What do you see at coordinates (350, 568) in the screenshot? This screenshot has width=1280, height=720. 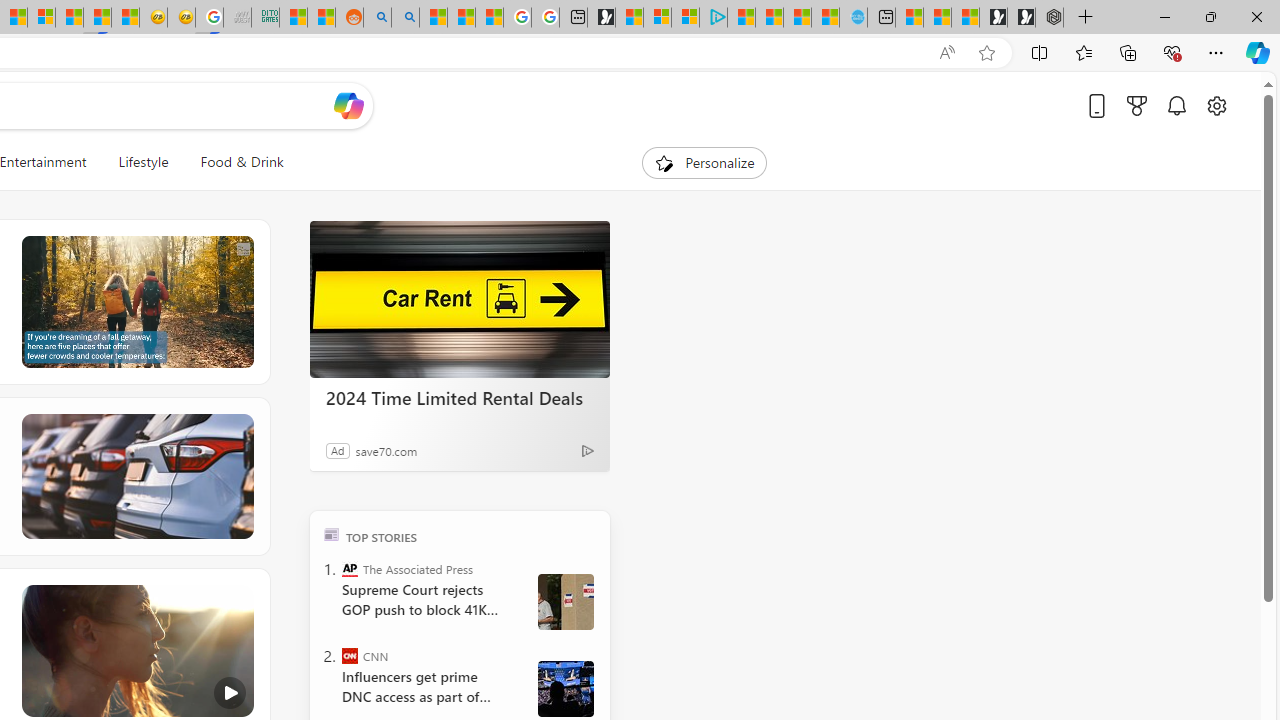 I see `'The Associated Press'` at bounding box center [350, 568].